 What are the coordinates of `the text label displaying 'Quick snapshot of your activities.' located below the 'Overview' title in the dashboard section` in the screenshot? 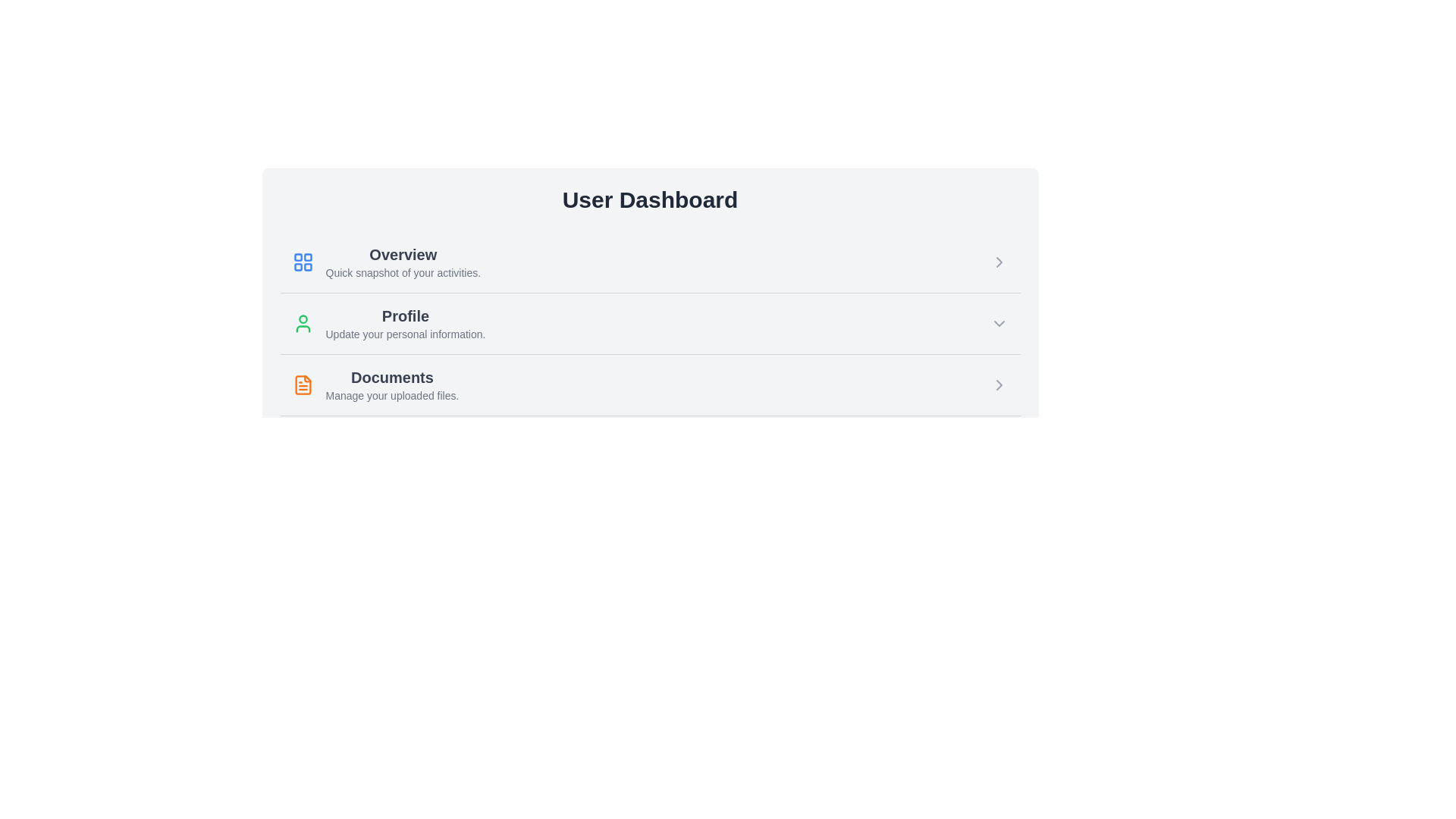 It's located at (403, 271).